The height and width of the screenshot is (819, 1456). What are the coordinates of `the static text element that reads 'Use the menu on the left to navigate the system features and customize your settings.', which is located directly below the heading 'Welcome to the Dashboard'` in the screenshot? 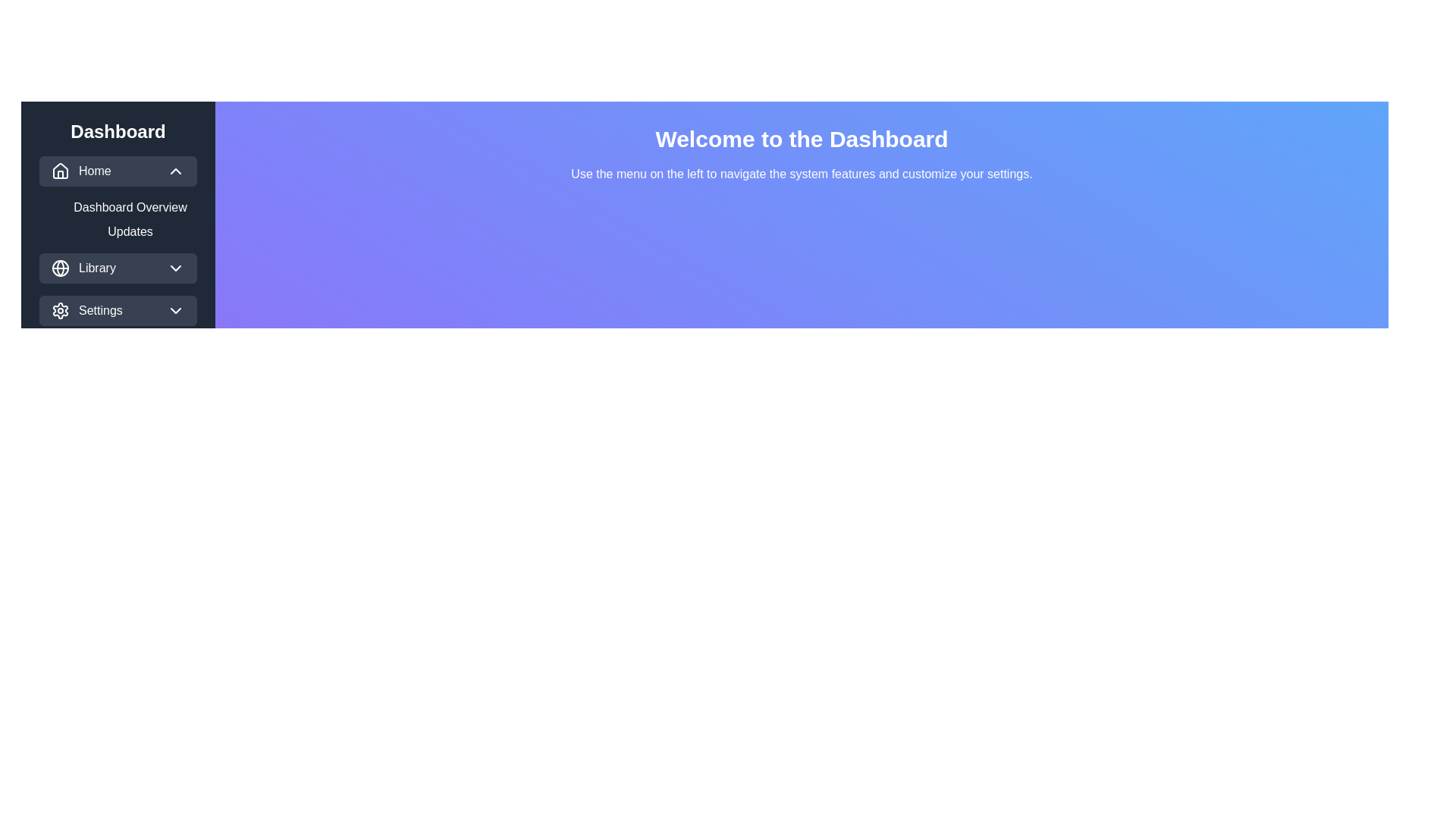 It's located at (801, 174).